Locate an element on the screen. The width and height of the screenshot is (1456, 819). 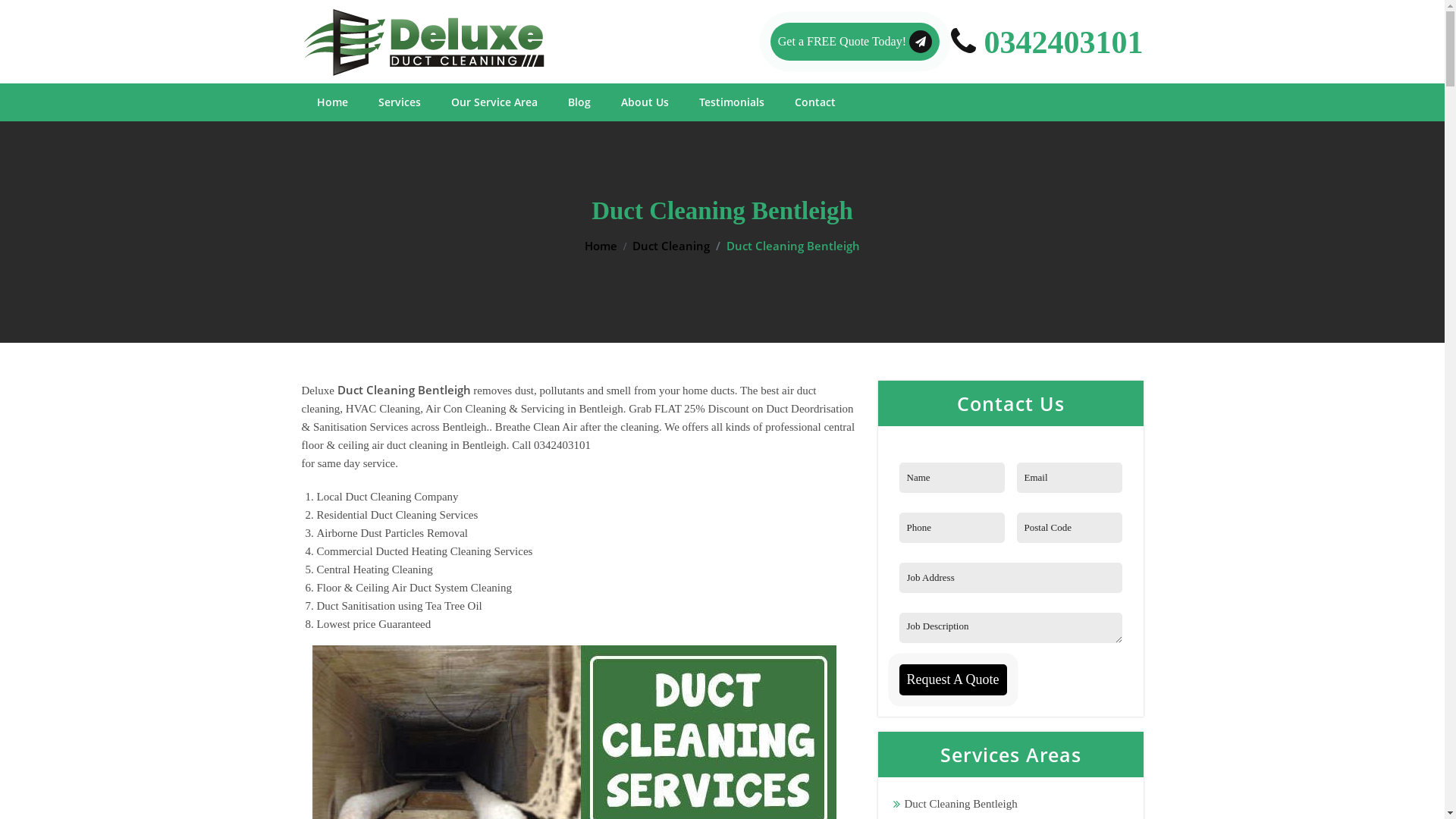
'Home' is located at coordinates (315, 102).